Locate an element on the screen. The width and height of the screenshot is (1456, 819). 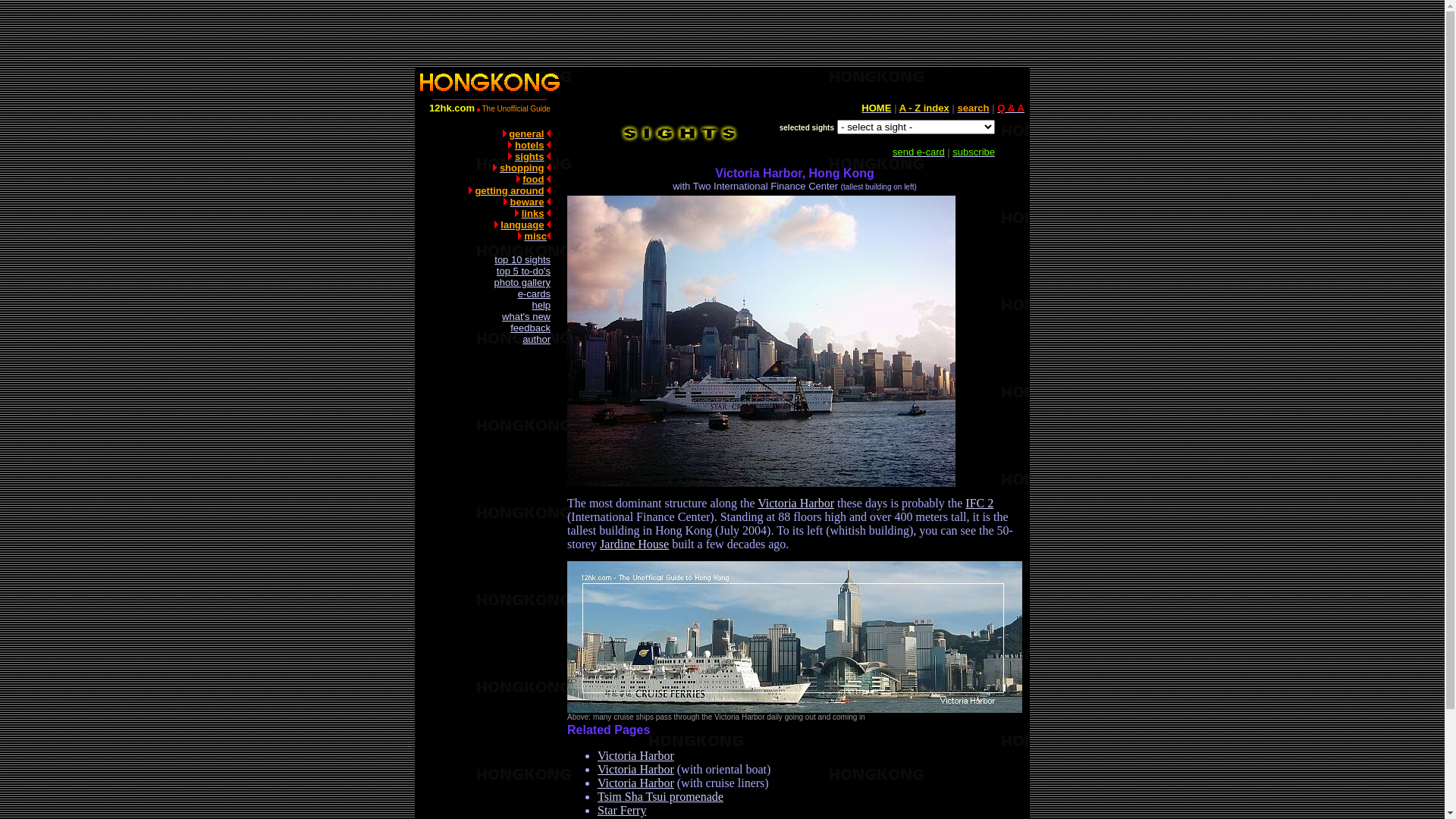
'hotels' is located at coordinates (529, 145).